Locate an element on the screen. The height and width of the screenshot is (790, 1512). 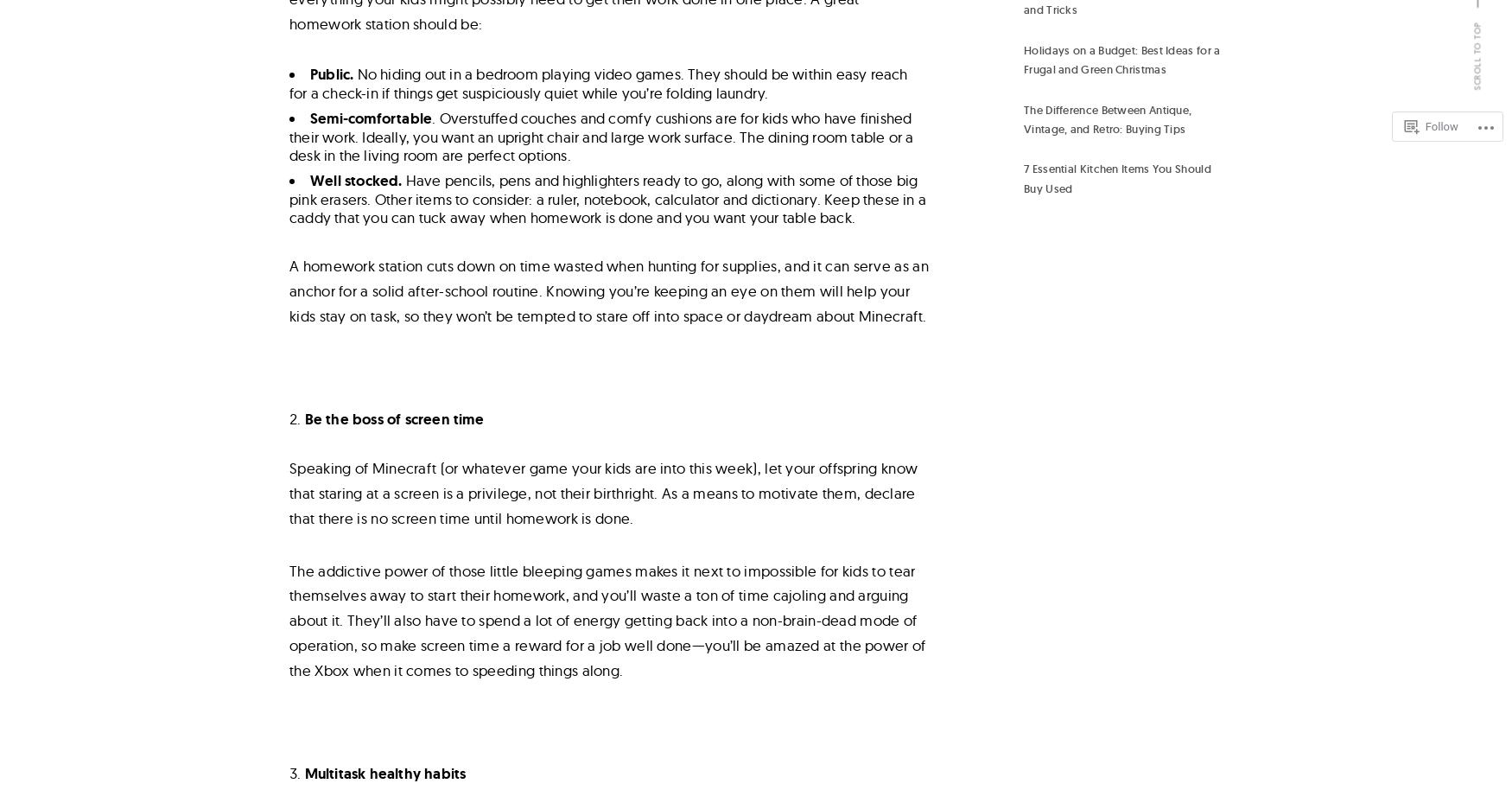
'Follow' is located at coordinates (1439, 124).